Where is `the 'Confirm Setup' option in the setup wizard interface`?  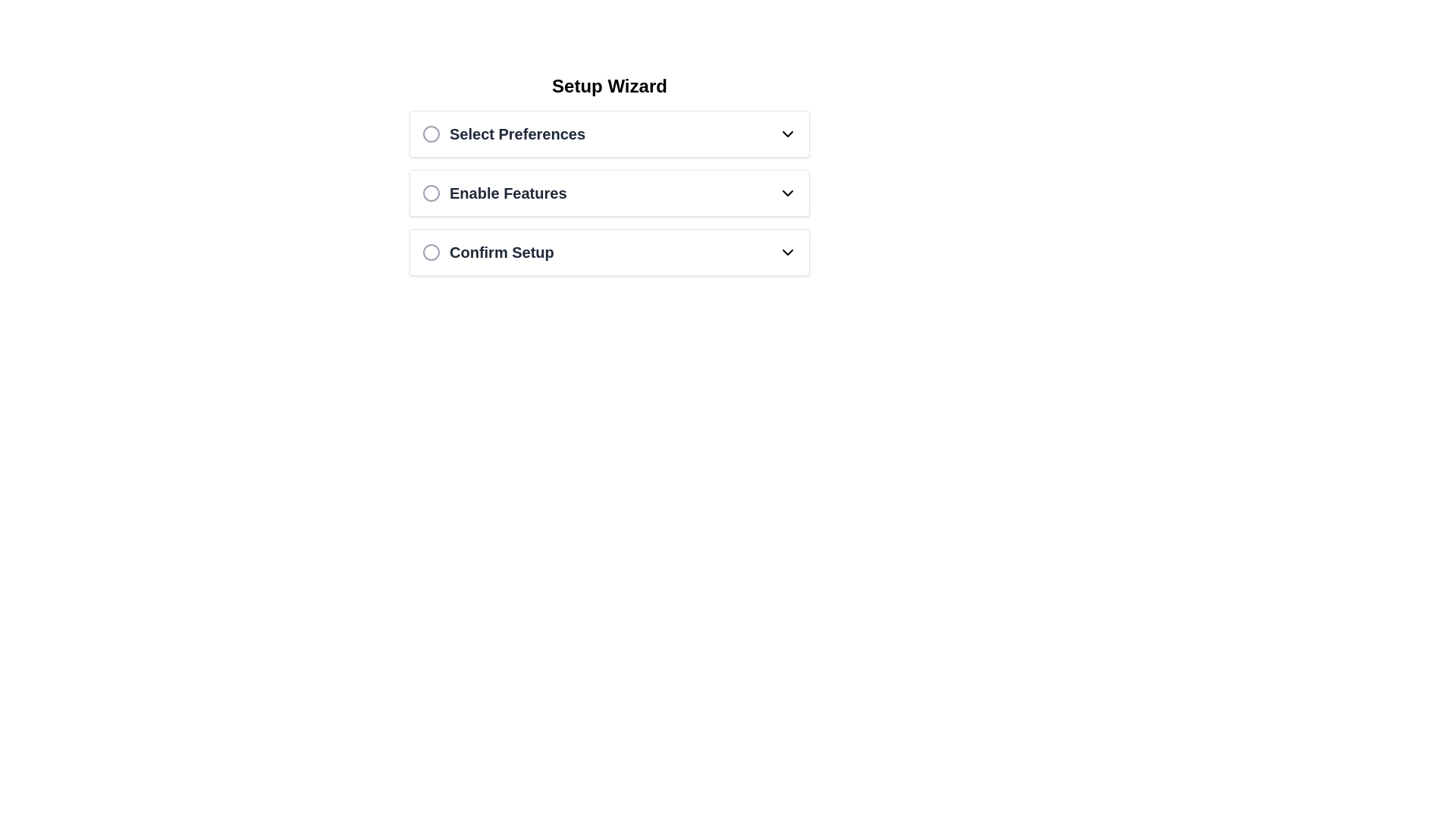
the 'Confirm Setup' option in the setup wizard interface is located at coordinates (610, 251).